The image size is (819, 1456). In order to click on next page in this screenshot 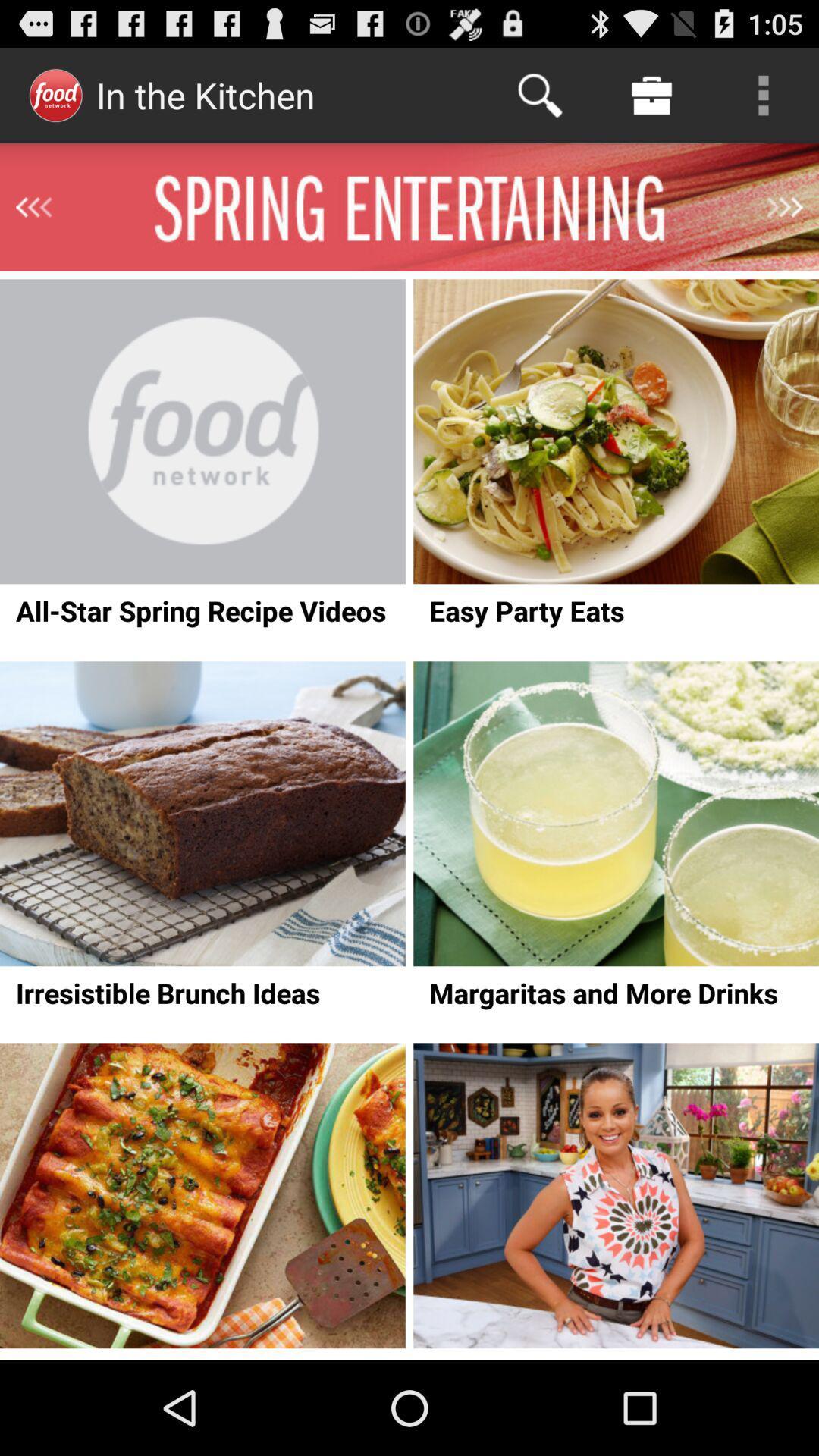, I will do `click(785, 206)`.